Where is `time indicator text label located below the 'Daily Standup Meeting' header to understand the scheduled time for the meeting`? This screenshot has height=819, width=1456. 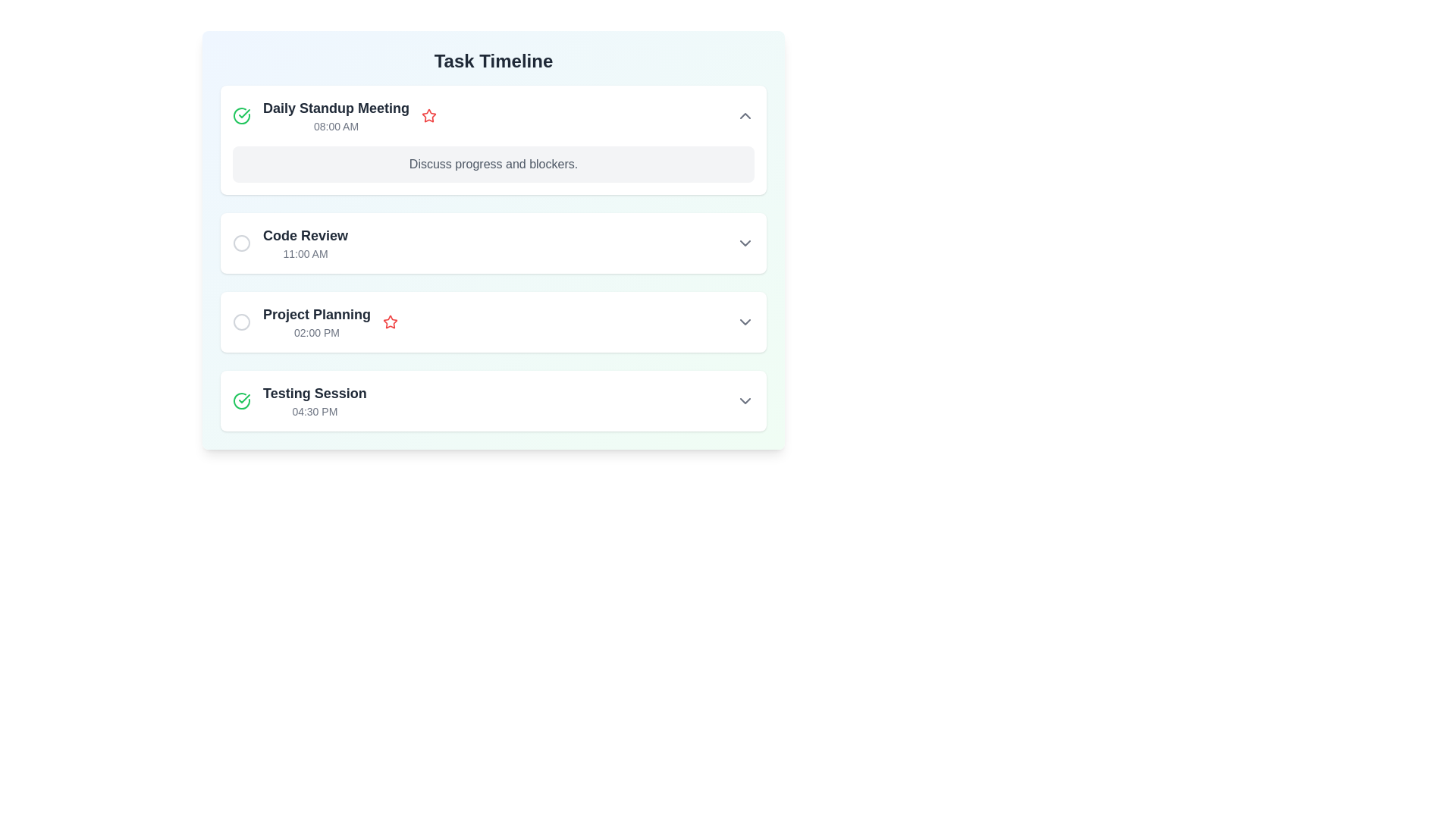 time indicator text label located below the 'Daily Standup Meeting' header to understand the scheduled time for the meeting is located at coordinates (335, 125).